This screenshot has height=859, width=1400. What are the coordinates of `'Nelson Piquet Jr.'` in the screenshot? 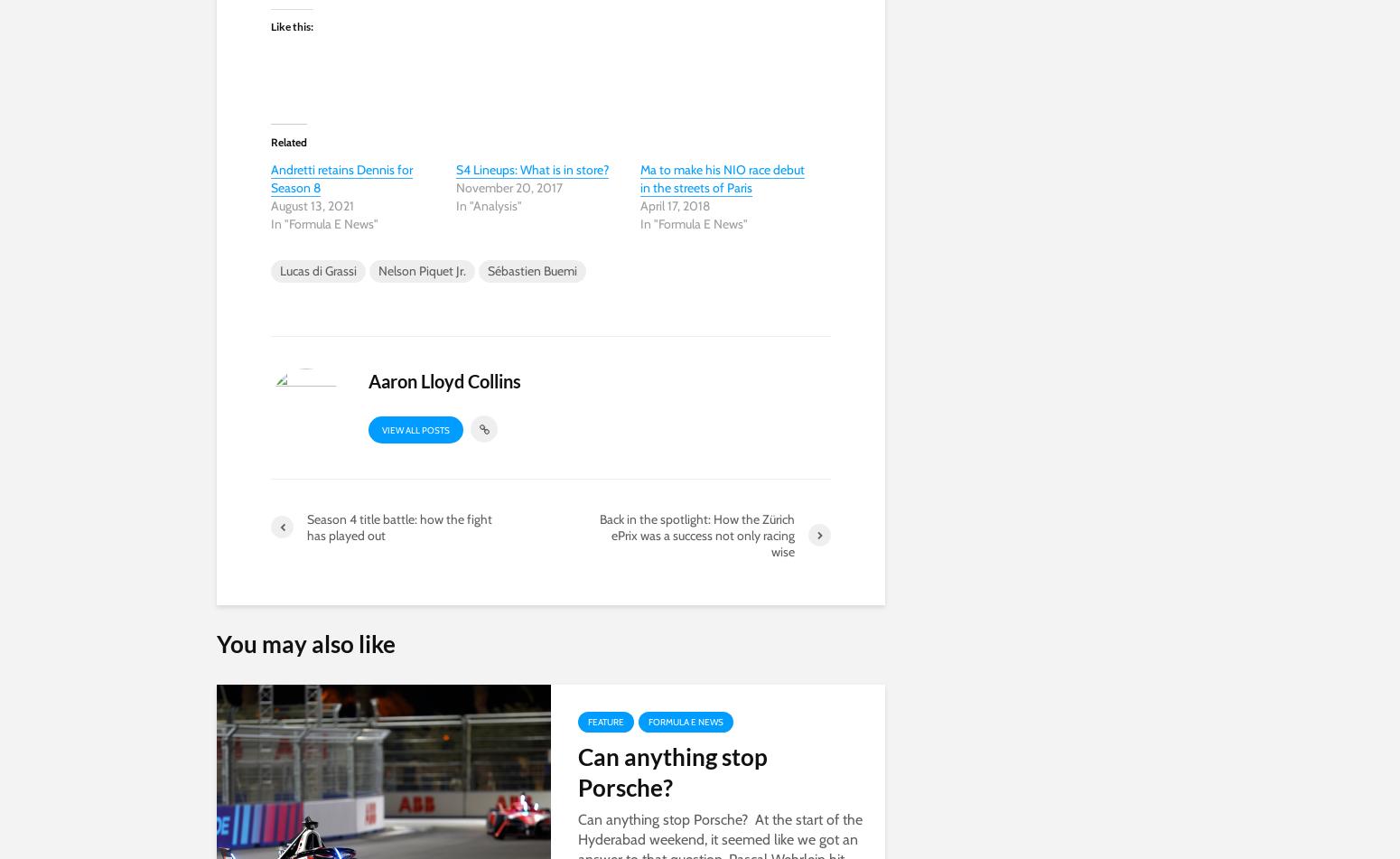 It's located at (421, 269).